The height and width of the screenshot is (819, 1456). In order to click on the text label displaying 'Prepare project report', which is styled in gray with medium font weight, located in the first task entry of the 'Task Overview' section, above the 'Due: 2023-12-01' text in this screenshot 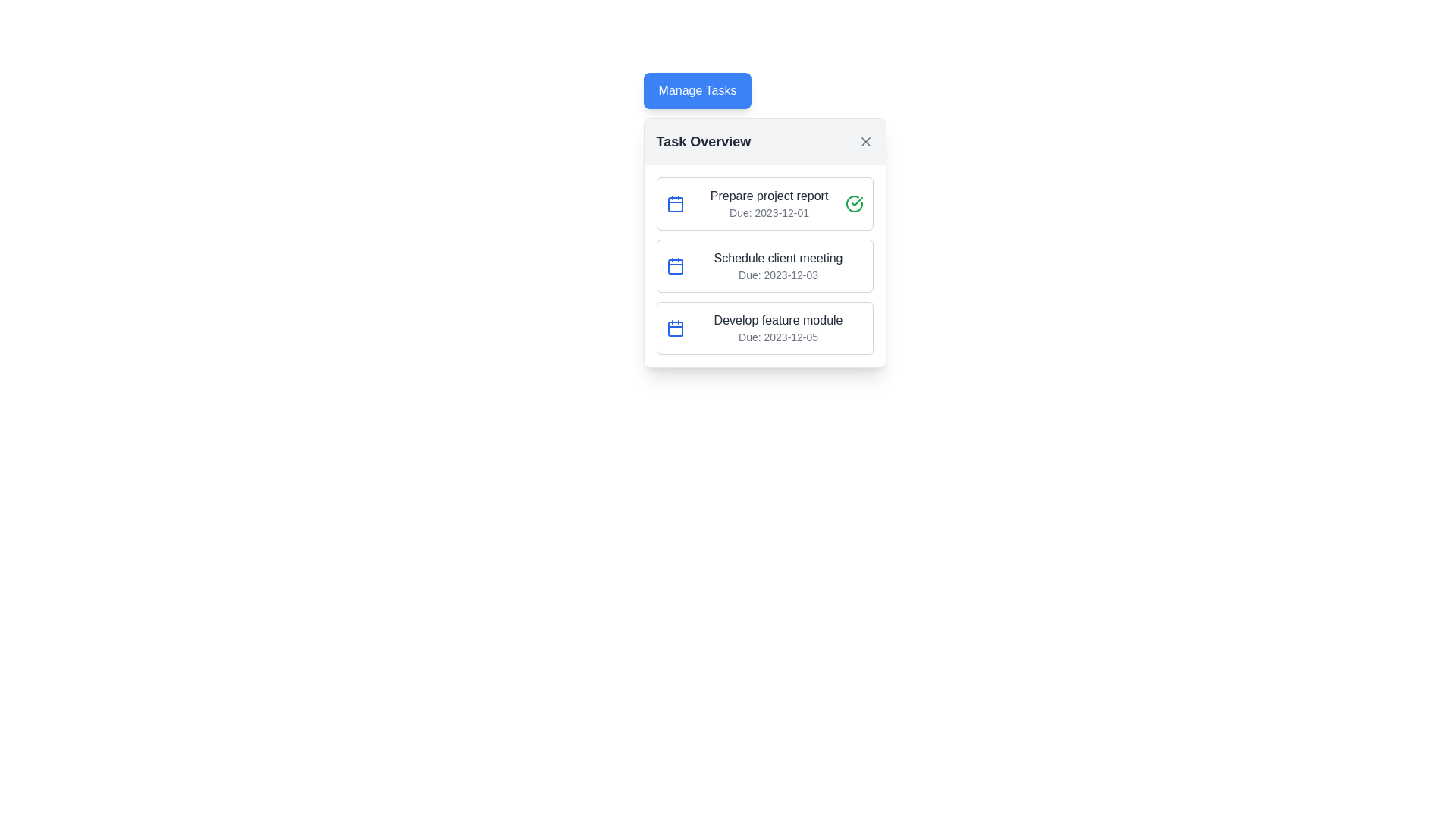, I will do `click(769, 195)`.